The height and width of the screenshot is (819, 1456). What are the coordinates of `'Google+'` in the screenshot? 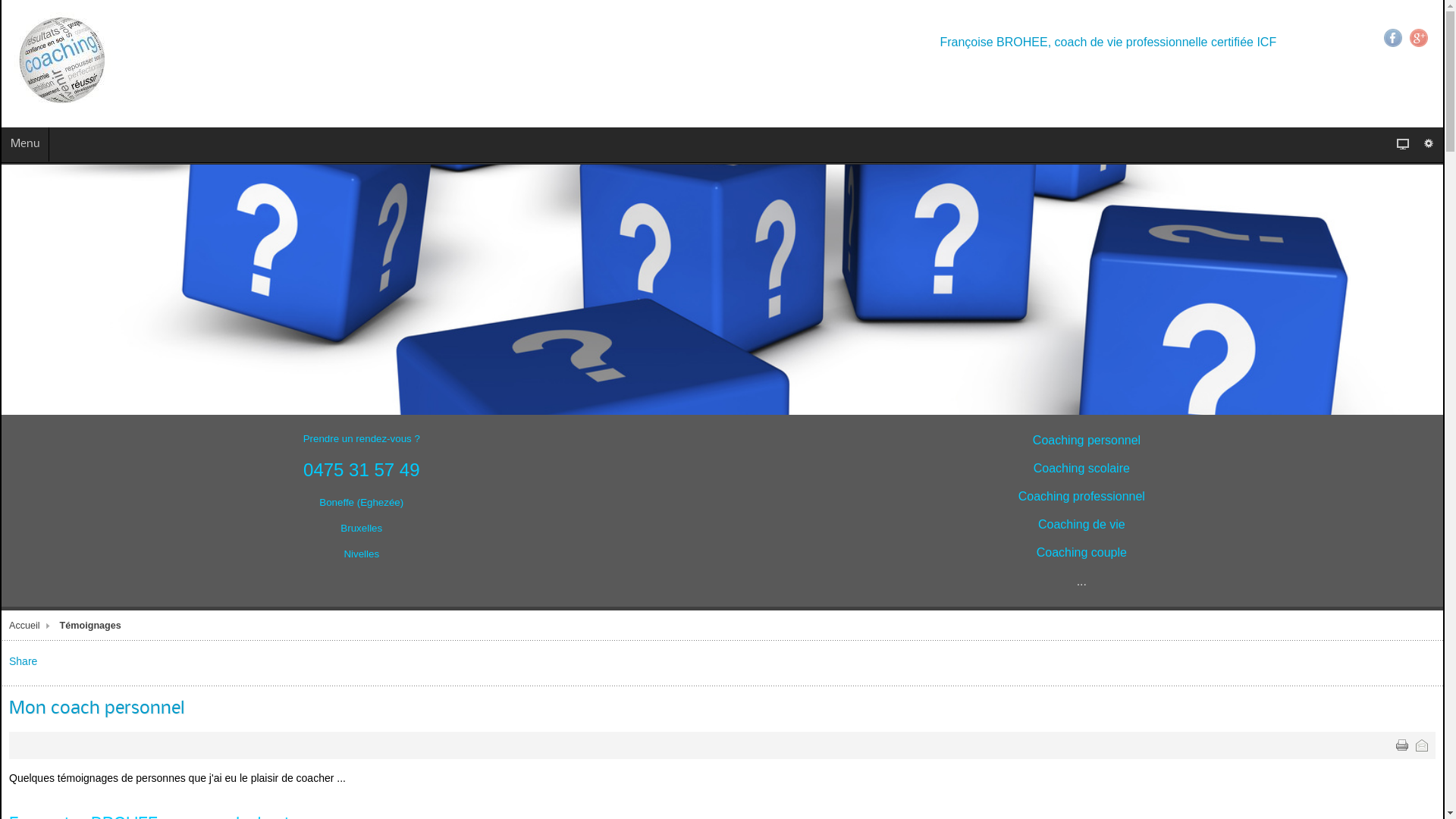 It's located at (1418, 37).